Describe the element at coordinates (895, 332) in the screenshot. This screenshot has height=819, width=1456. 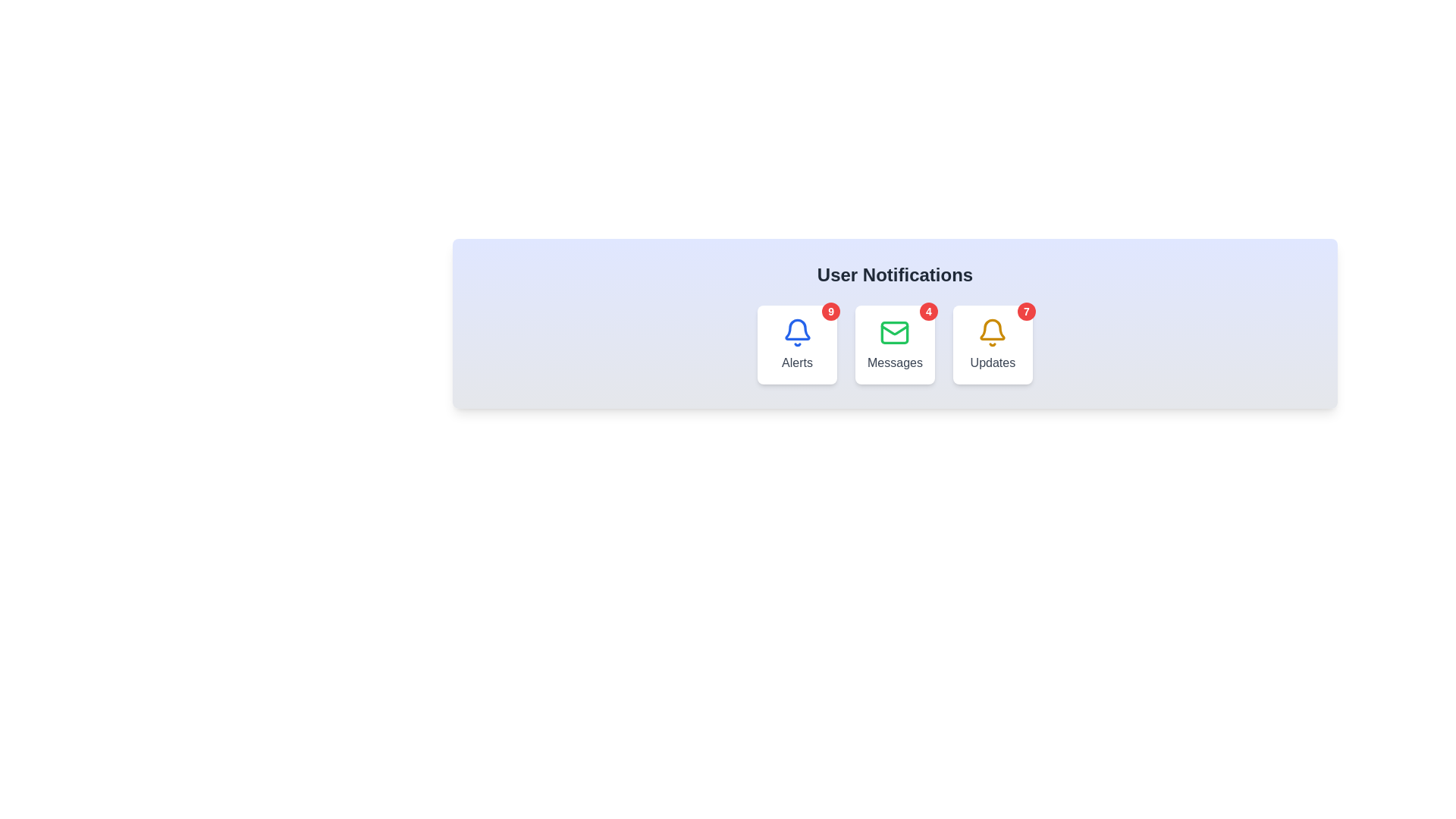
I see `the message icon located at the center of the 'Messages' card in the 'User Notifications' section` at that location.